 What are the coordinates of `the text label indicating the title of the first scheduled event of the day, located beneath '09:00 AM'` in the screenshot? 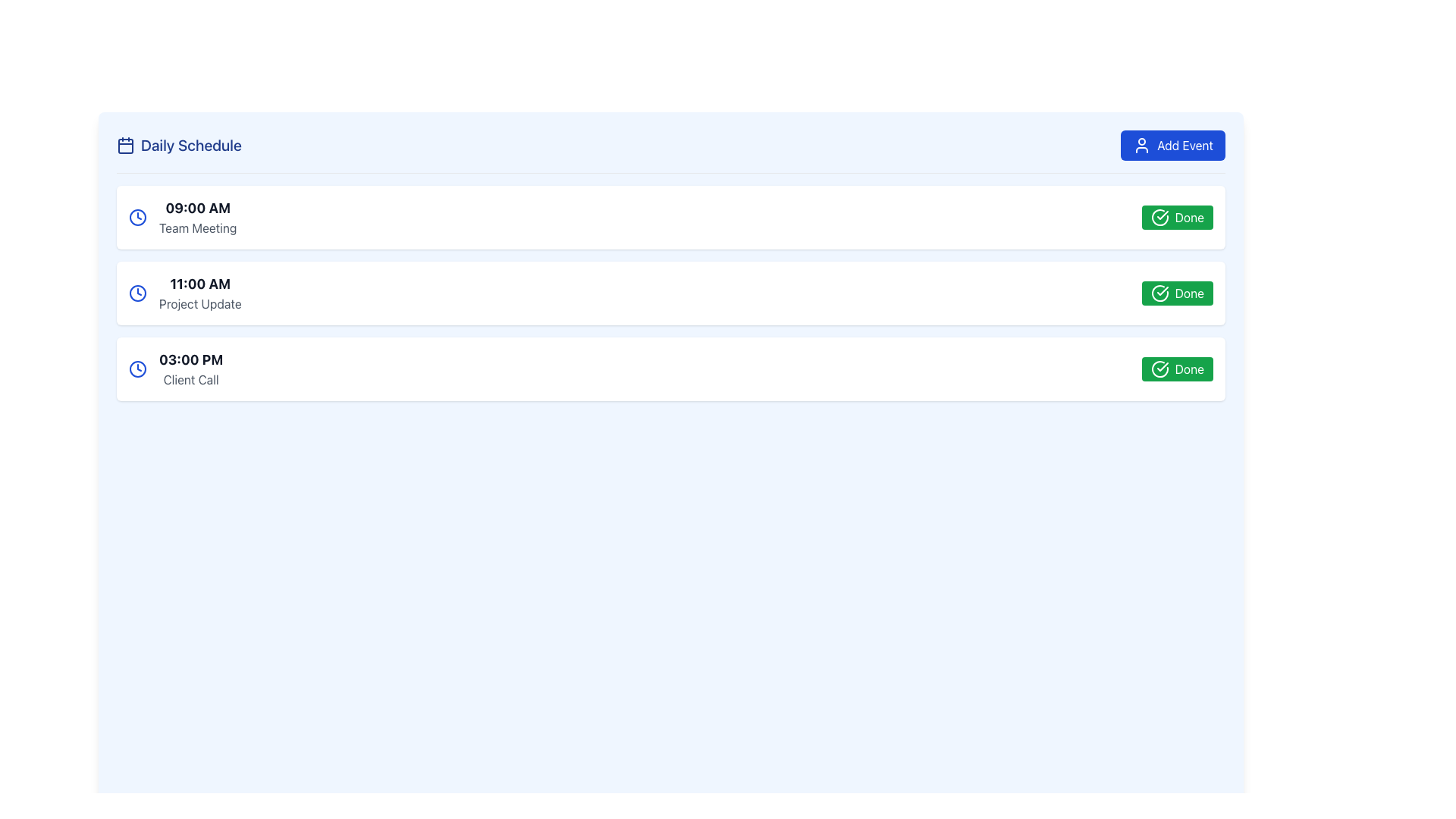 It's located at (197, 227).